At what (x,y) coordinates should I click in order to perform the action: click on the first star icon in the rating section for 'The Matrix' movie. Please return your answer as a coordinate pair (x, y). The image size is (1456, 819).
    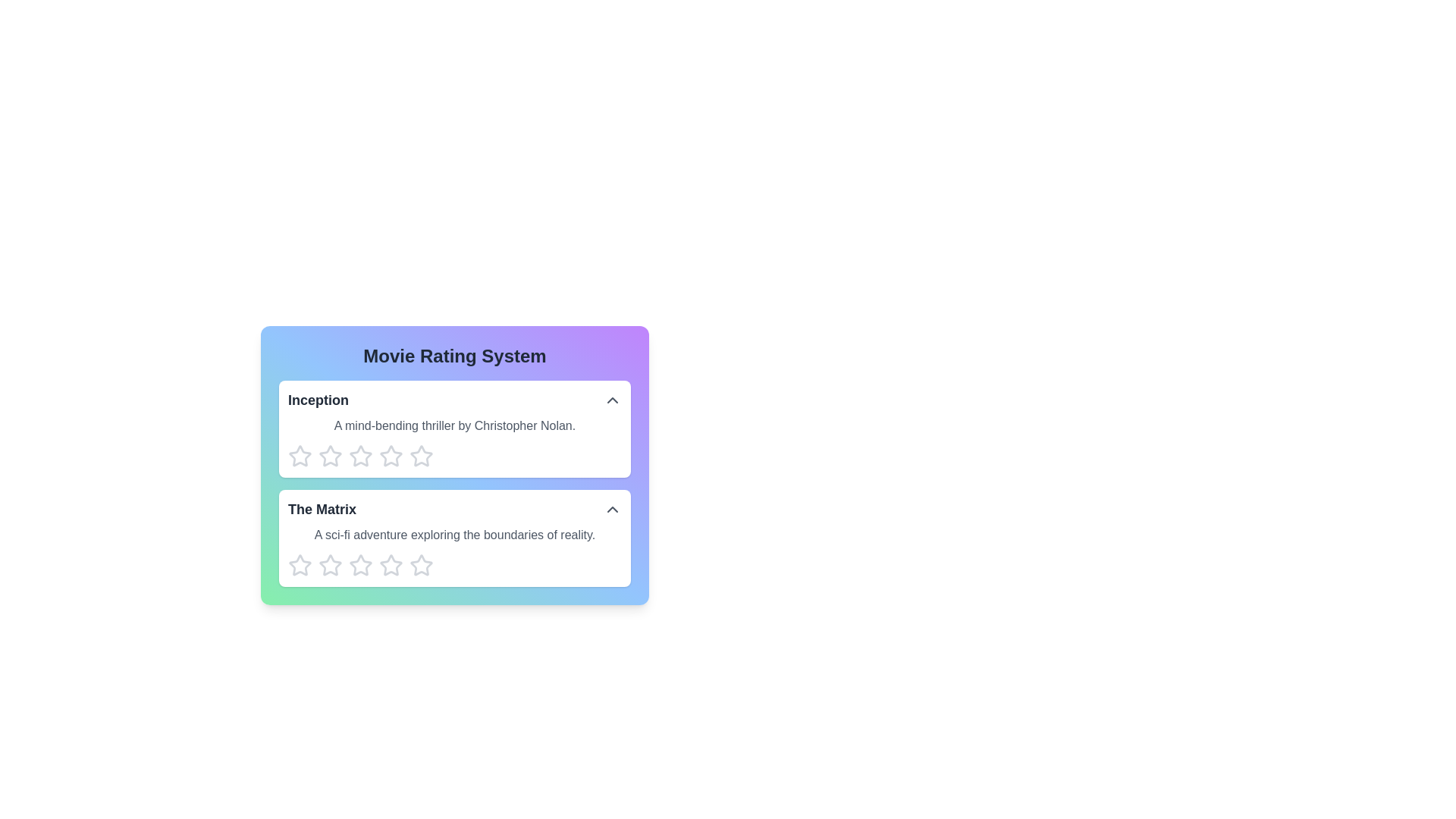
    Looking at the image, I should click on (330, 565).